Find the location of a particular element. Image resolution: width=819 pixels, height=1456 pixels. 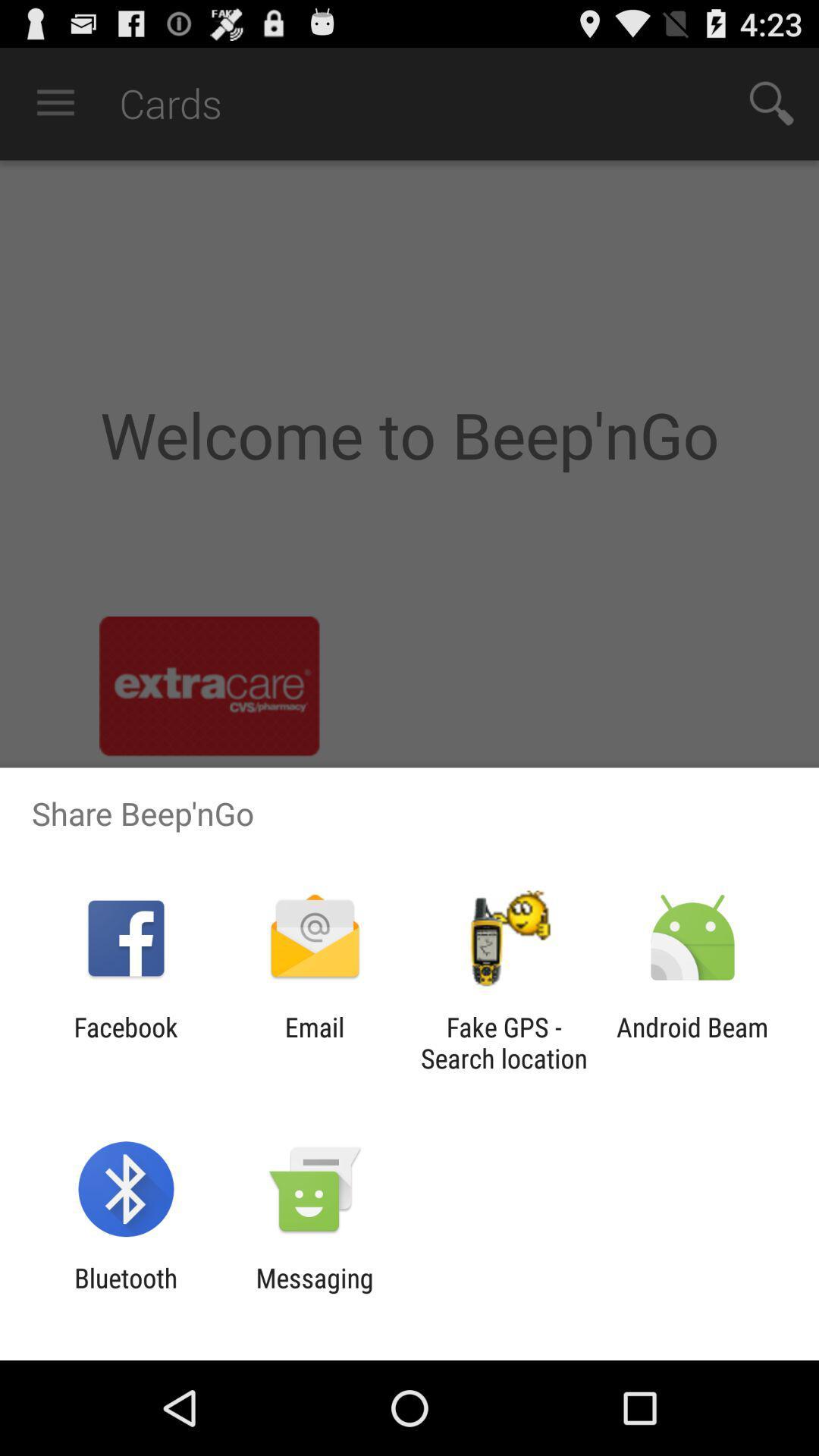

icon to the left of the email item is located at coordinates (125, 1042).